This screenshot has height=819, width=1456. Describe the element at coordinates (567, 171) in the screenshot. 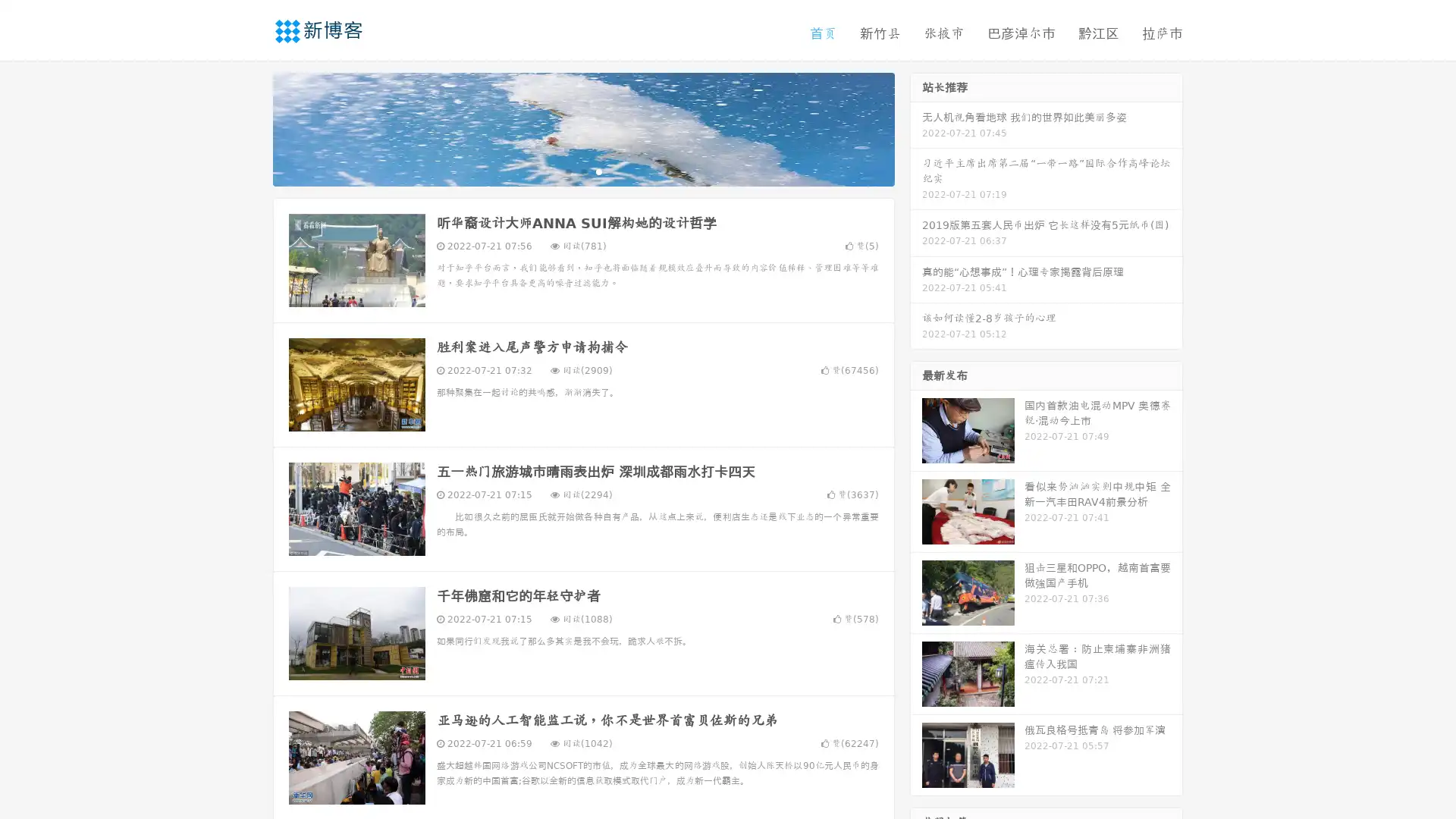

I see `Go to slide 1` at that location.